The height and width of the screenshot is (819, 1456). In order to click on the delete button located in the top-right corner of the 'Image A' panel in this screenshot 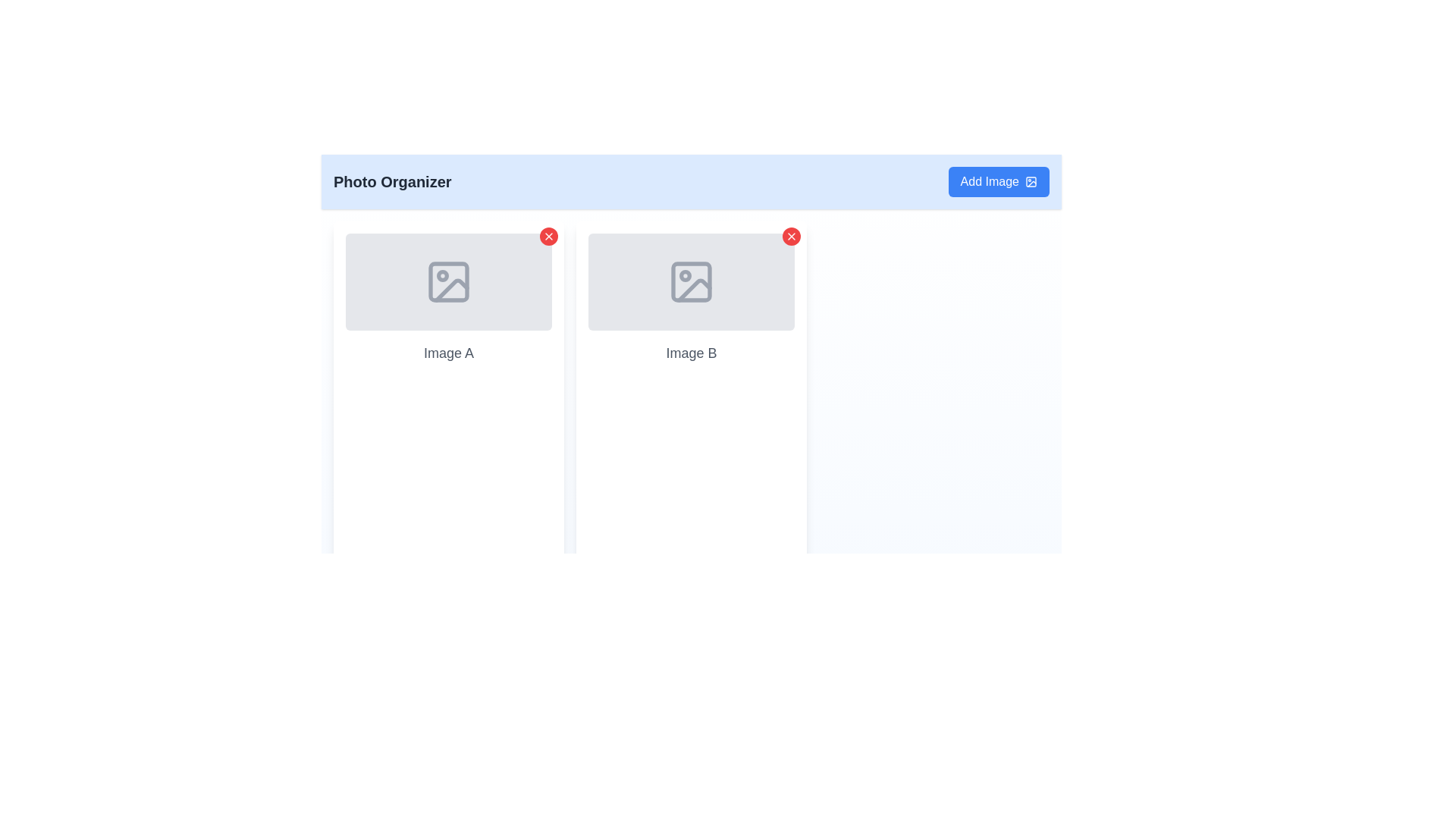, I will do `click(548, 237)`.